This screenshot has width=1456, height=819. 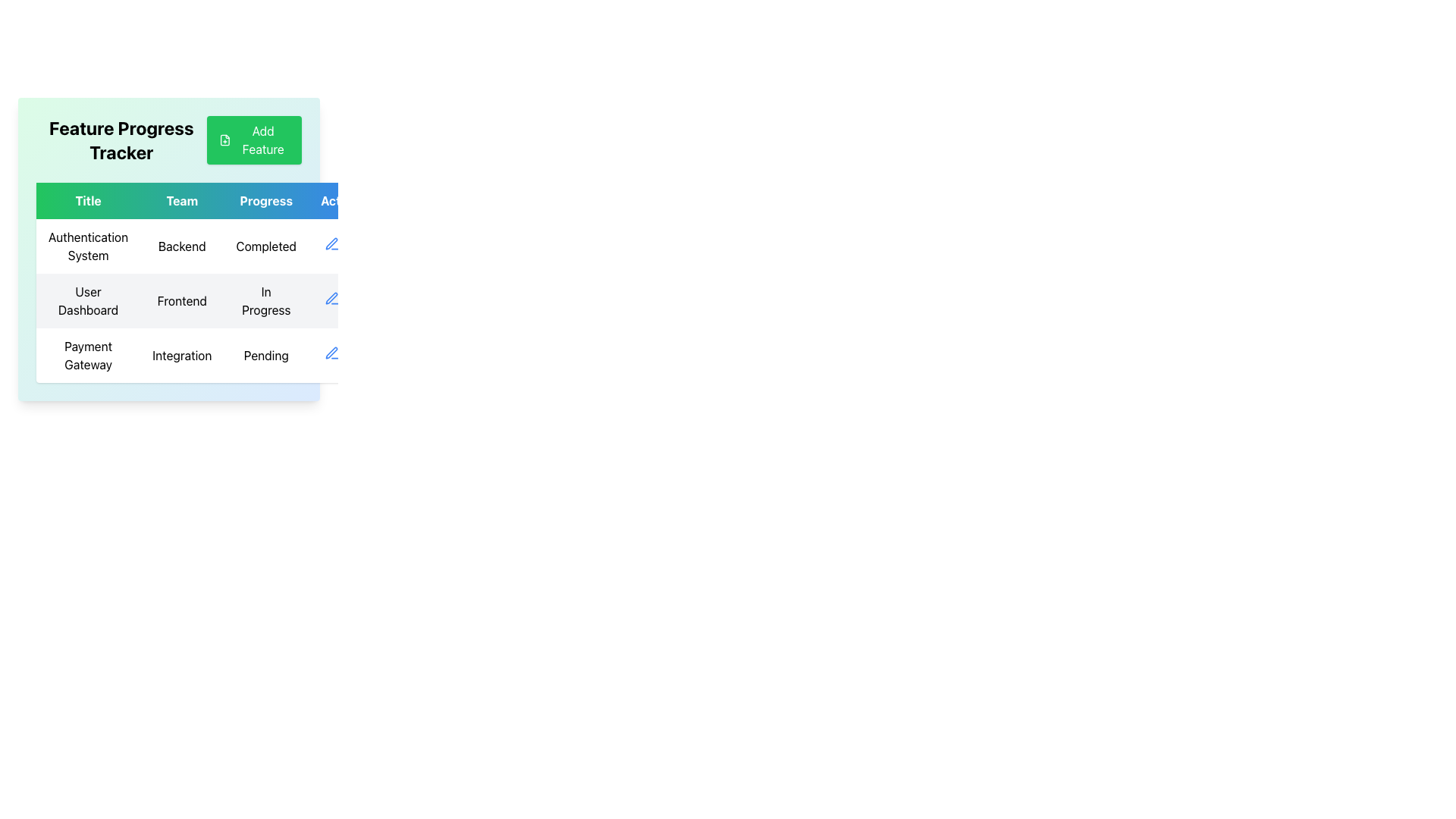 What do you see at coordinates (206, 301) in the screenshot?
I see `the second row of the table containing 'User Dashboard', 'Frontend', and 'In Progress'` at bounding box center [206, 301].